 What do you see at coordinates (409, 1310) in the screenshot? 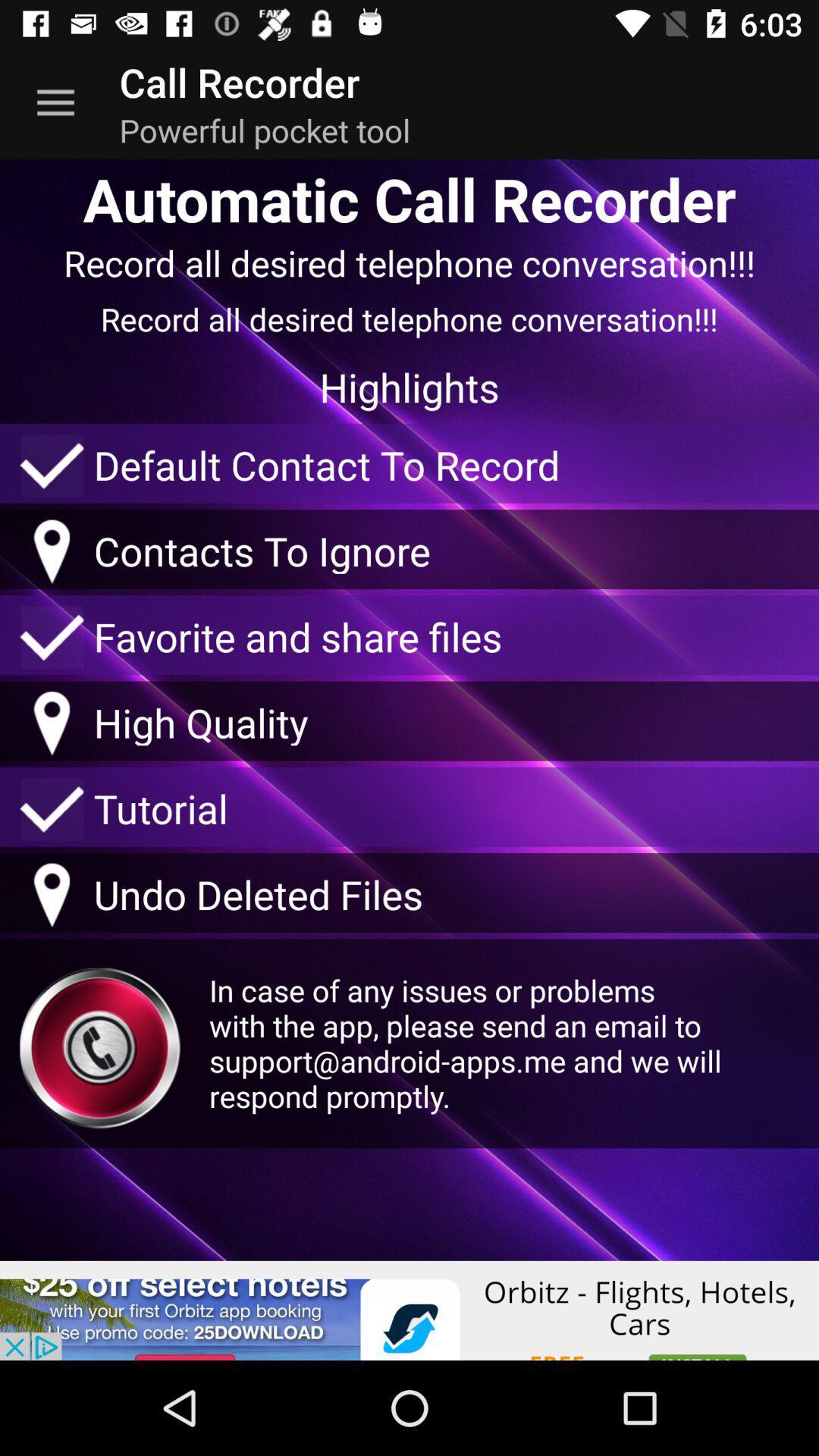
I see `advertisement for orbitz` at bounding box center [409, 1310].